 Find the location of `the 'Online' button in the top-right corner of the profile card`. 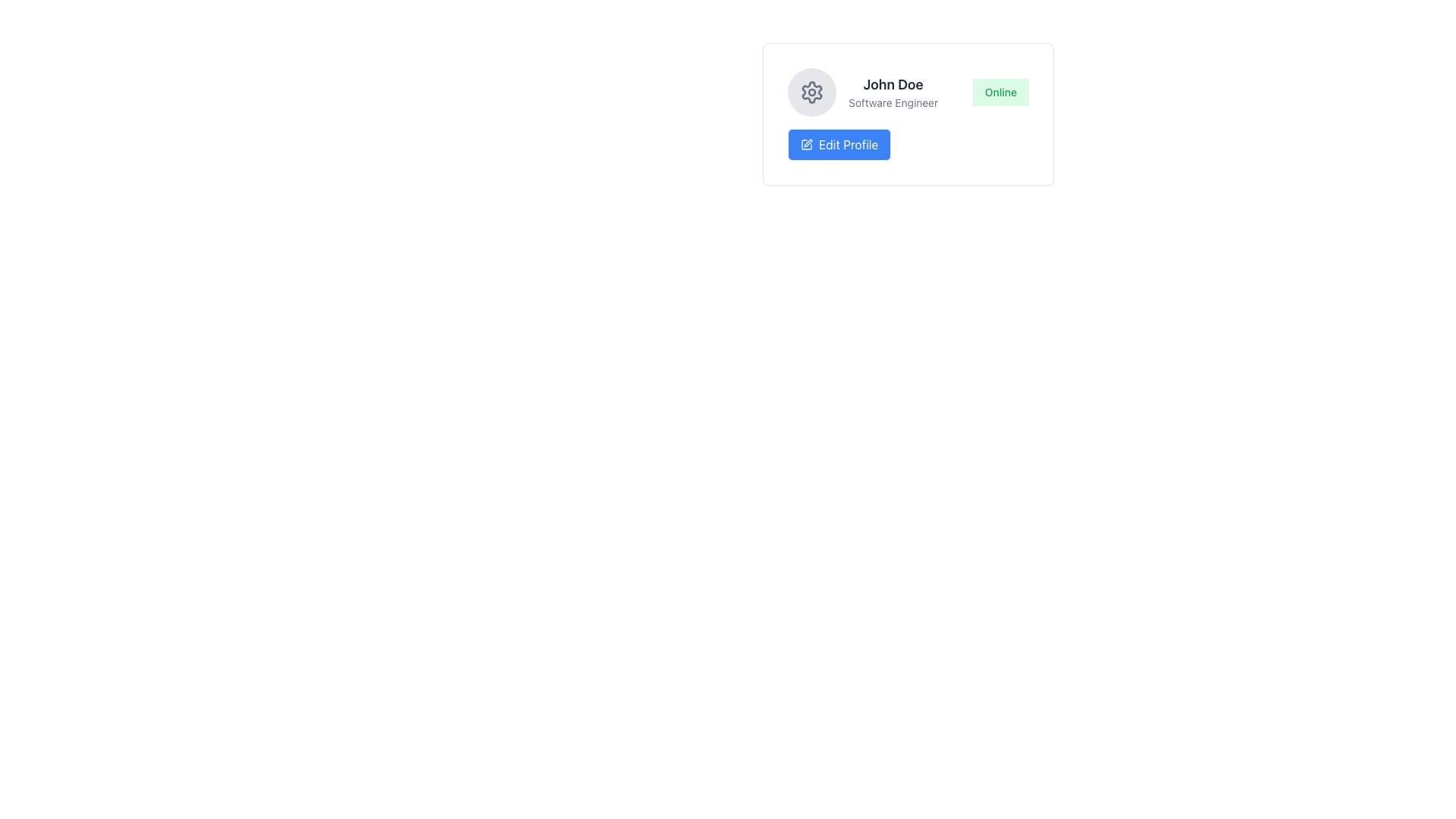

the 'Online' button in the top-right corner of the profile card is located at coordinates (1000, 93).